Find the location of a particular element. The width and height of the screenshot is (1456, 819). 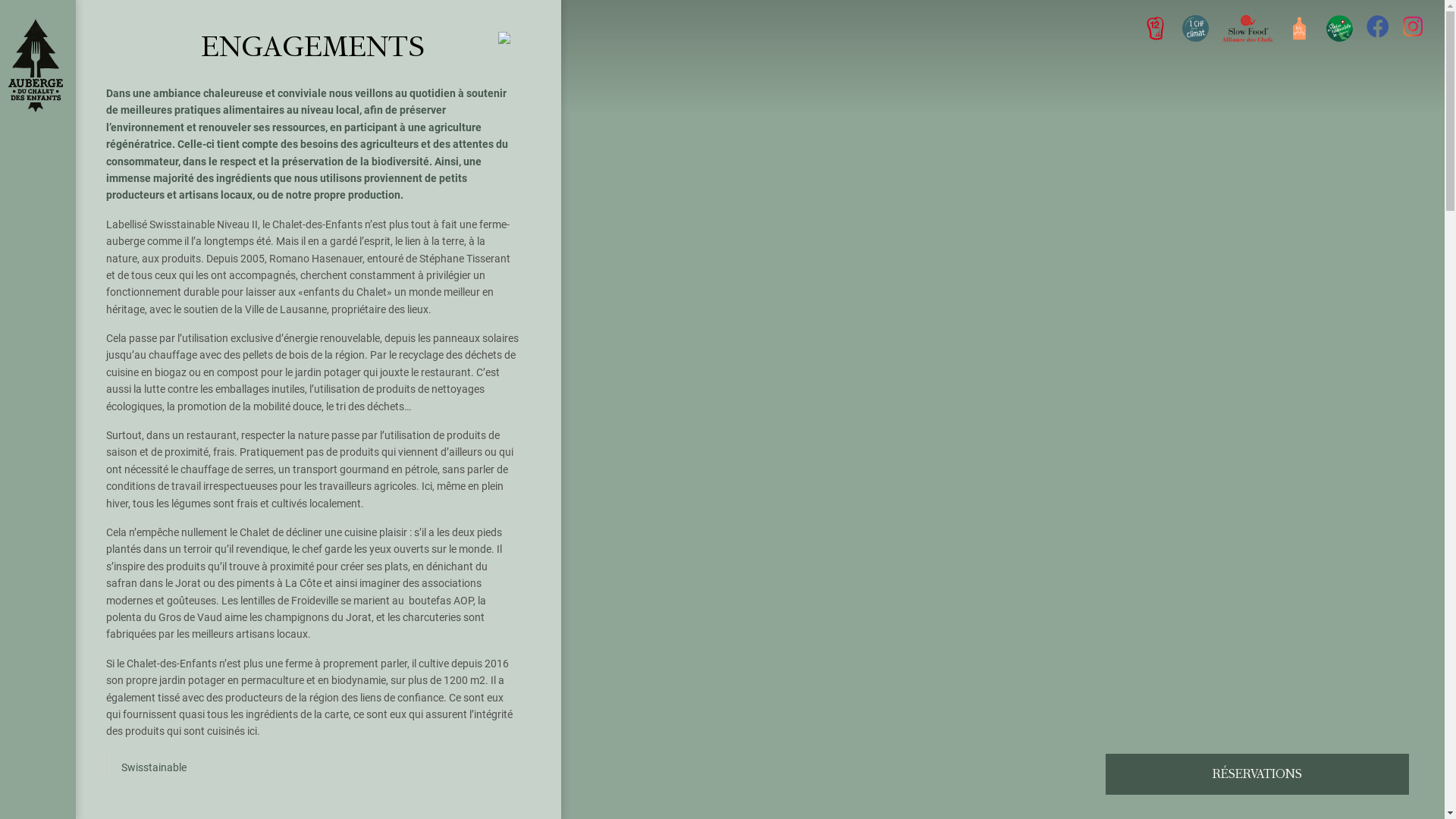

'200929_SF_Alliance des Chefs_farbig' is located at coordinates (1222, 28).